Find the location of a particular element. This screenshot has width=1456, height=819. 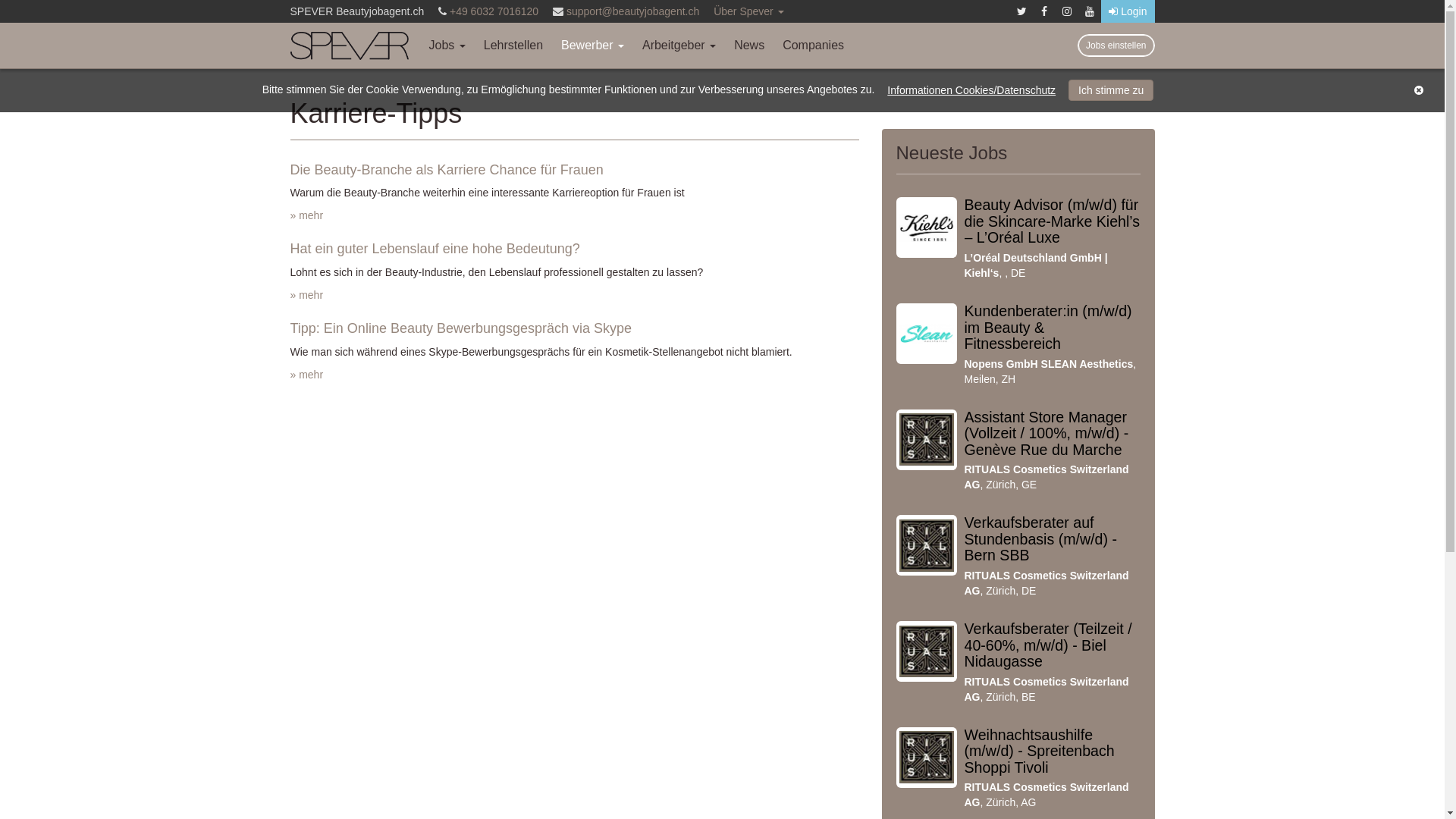

'Hat ein guter Lebenslauf eine hohe Bedeutung?' is located at coordinates (433, 247).